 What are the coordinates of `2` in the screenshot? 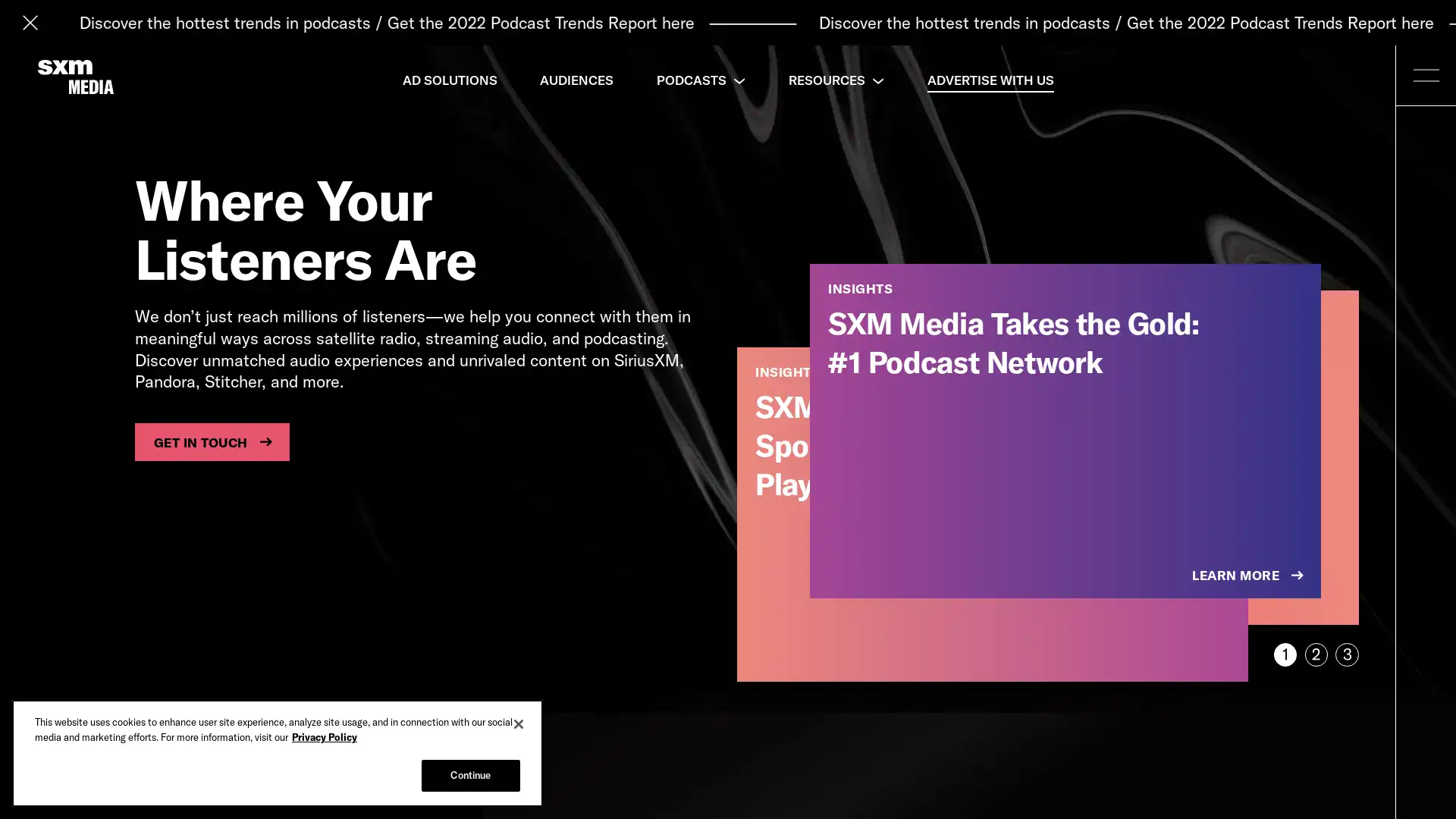 It's located at (1315, 654).